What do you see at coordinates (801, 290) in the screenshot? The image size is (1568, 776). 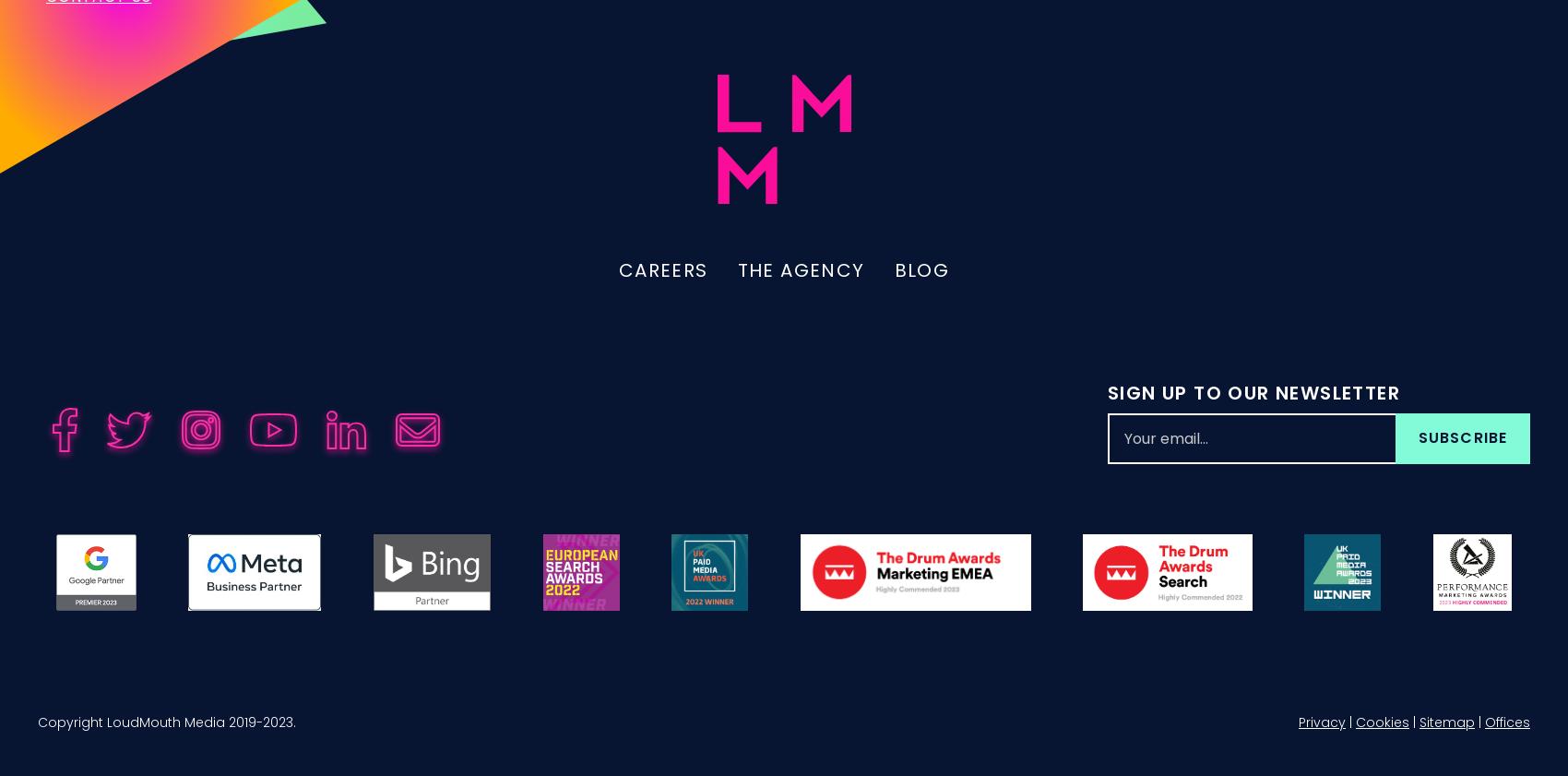 I see `'The Agency'` at bounding box center [801, 290].